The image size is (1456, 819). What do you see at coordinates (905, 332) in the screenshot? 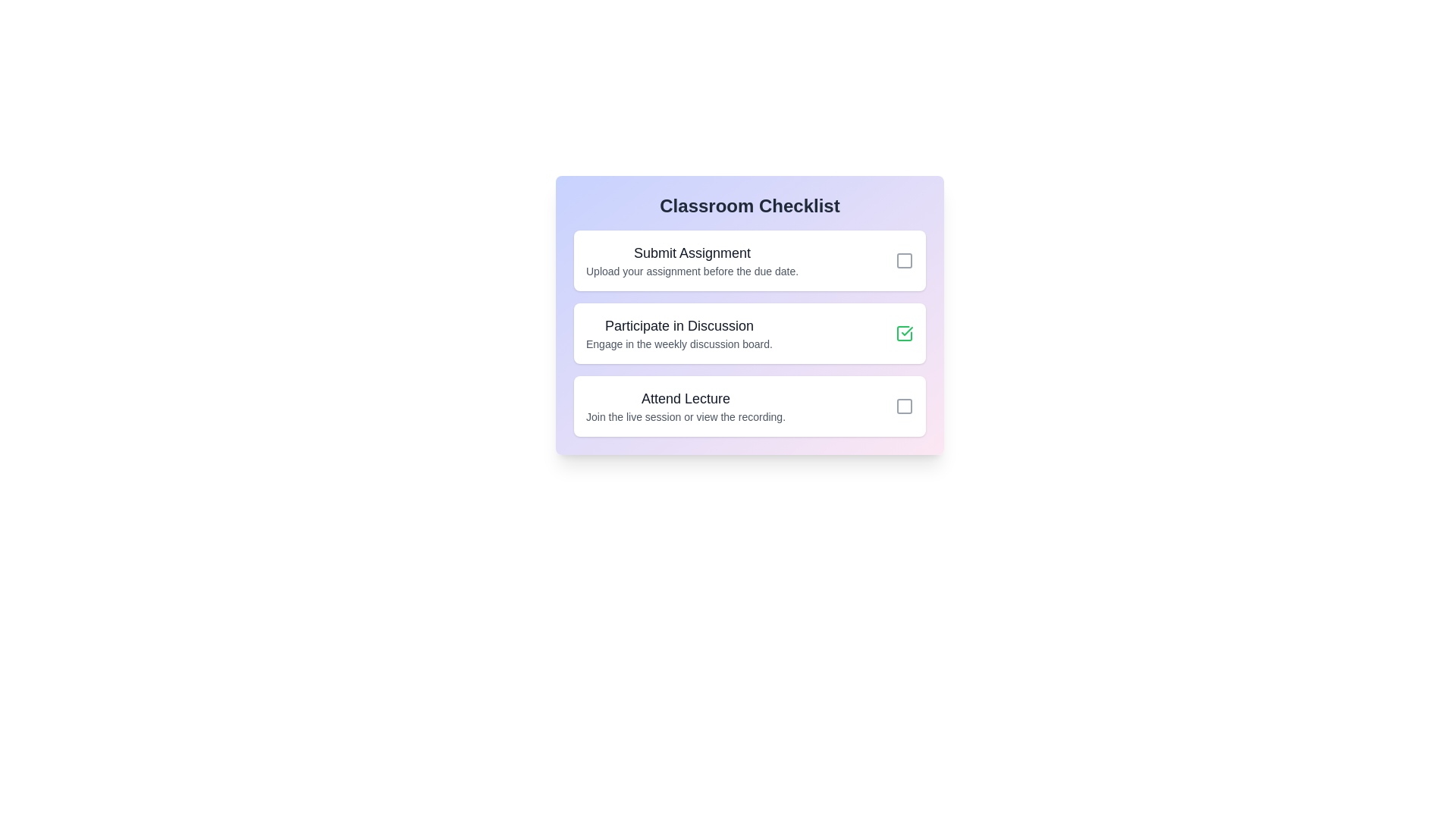
I see `the checkbox with a green border and checkmark located within the 'Participate in Discussion' card` at bounding box center [905, 332].